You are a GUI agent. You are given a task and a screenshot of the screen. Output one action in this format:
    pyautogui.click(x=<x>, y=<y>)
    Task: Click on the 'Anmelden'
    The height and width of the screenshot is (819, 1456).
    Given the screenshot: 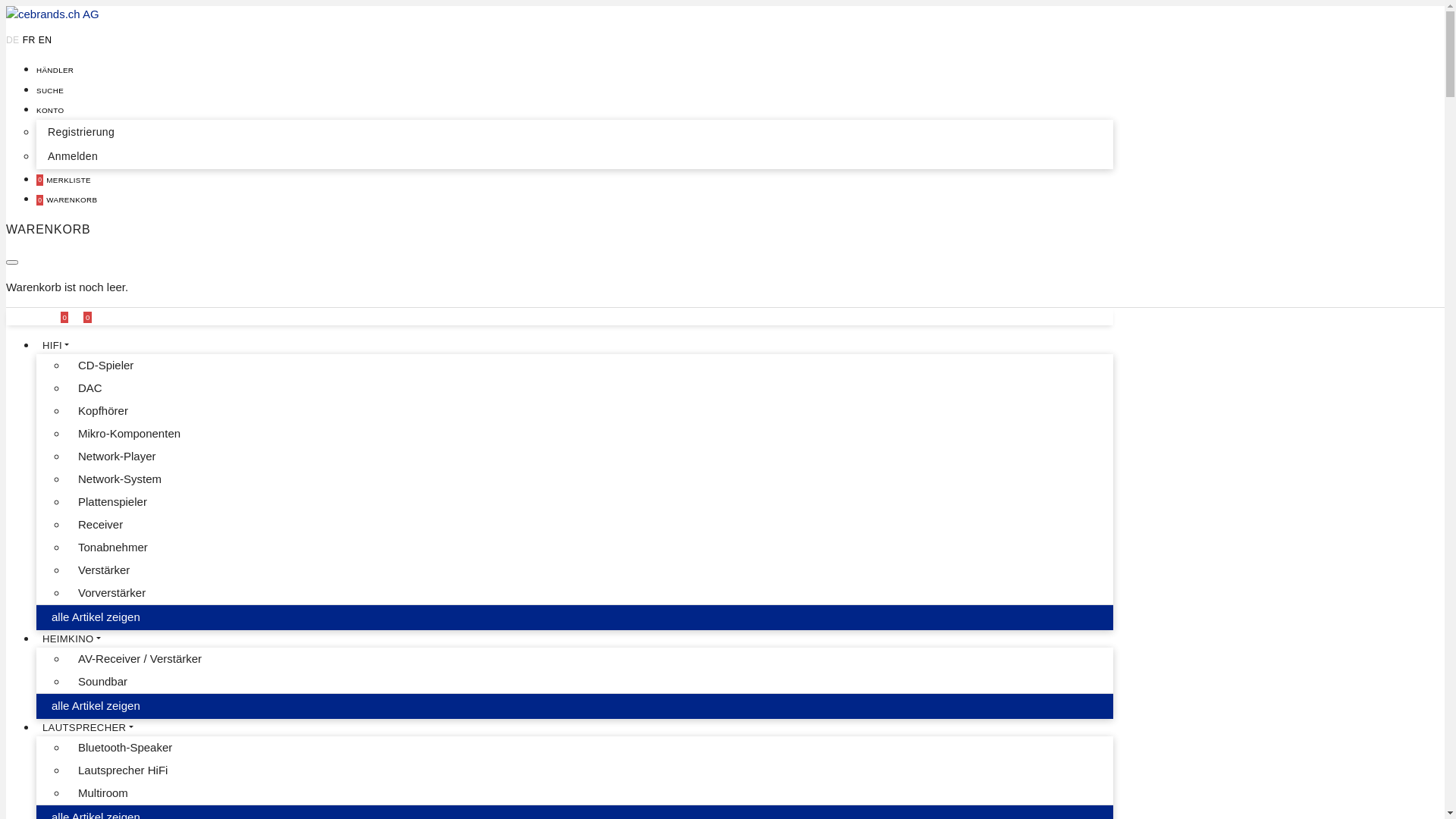 What is the action you would take?
    pyautogui.click(x=574, y=156)
    